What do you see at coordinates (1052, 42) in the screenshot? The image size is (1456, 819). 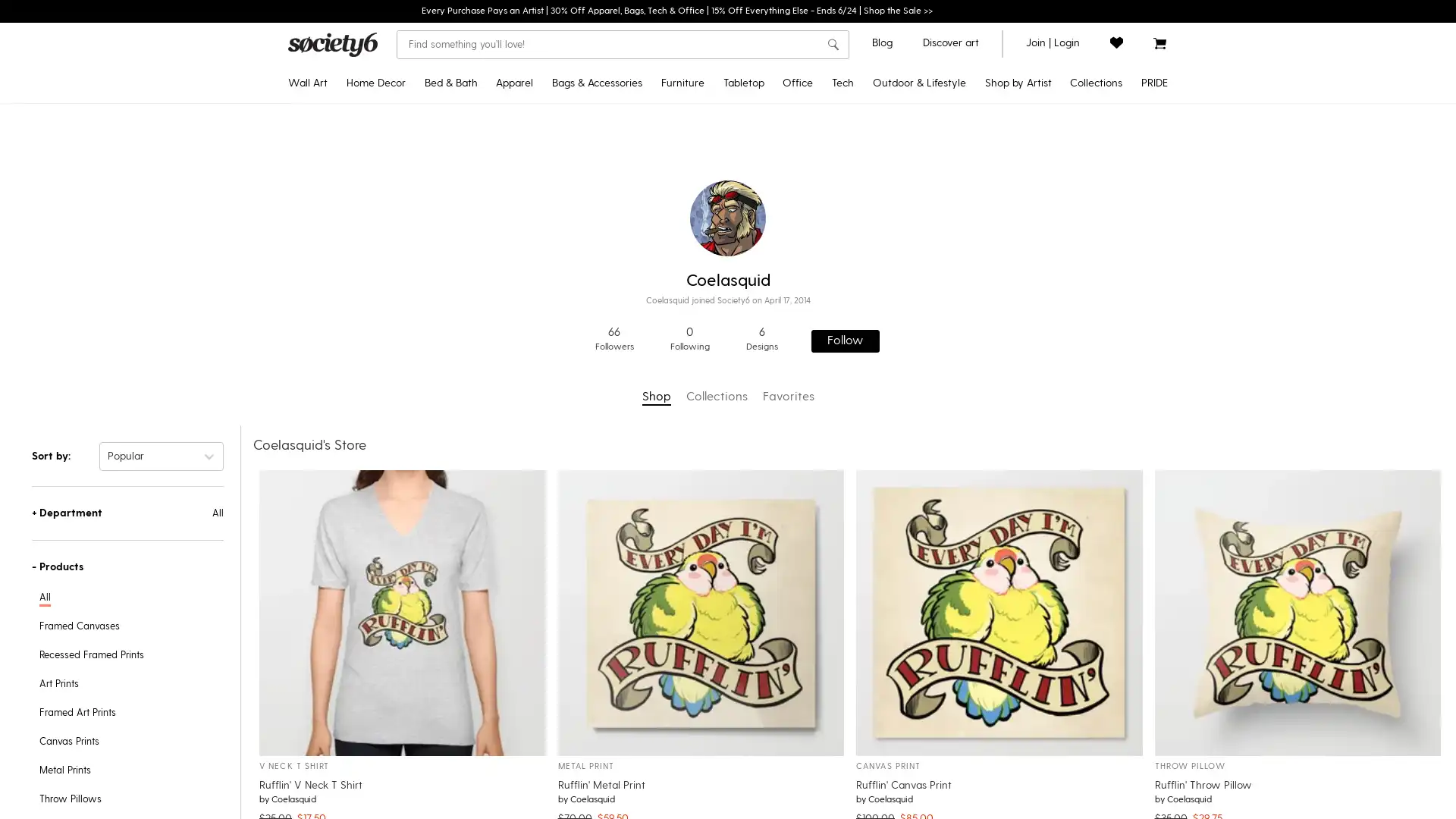 I see `join or login` at bounding box center [1052, 42].